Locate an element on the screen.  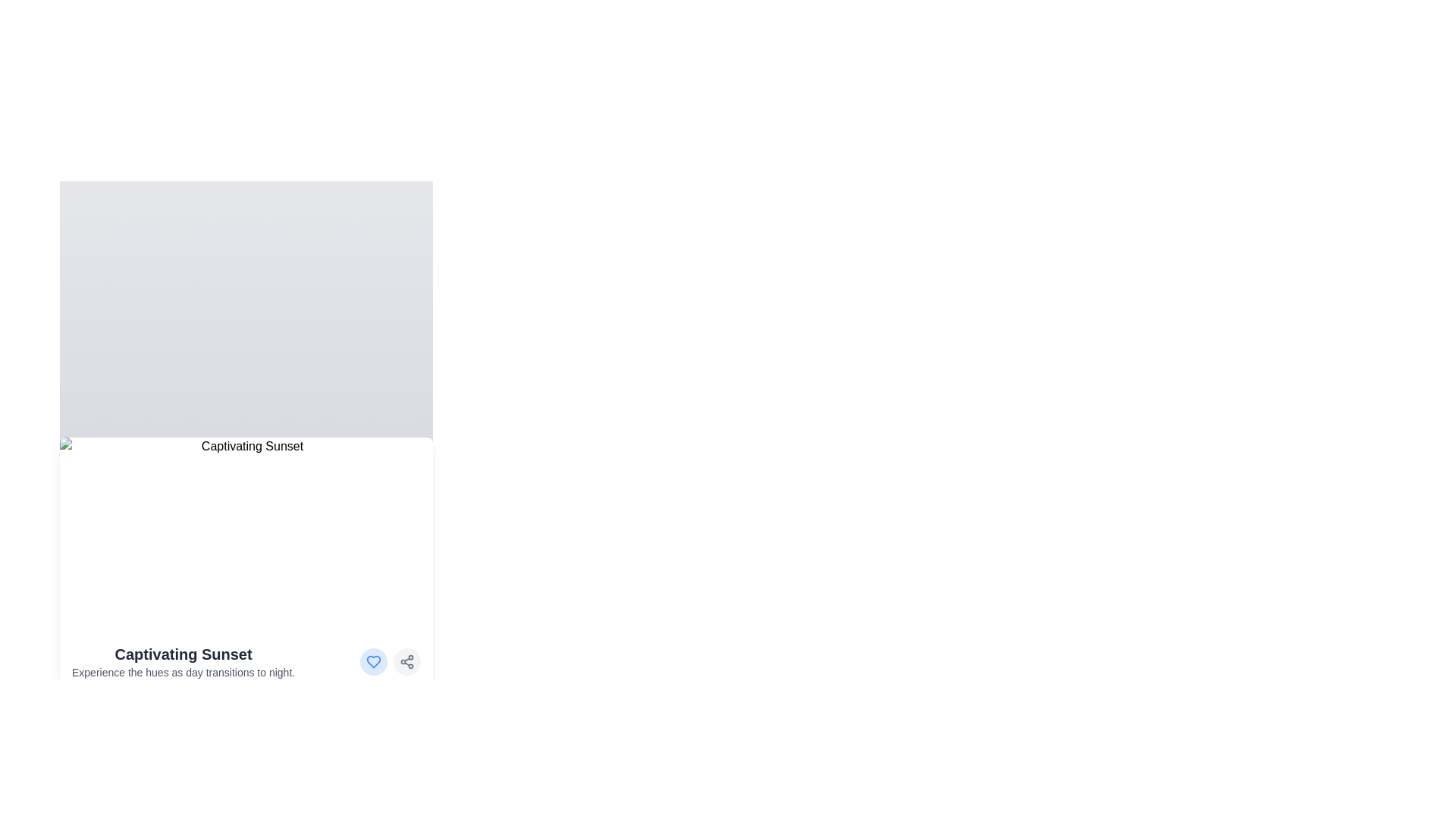
the circular share icon located in the bottom right corner of the visible card is located at coordinates (407, 661).